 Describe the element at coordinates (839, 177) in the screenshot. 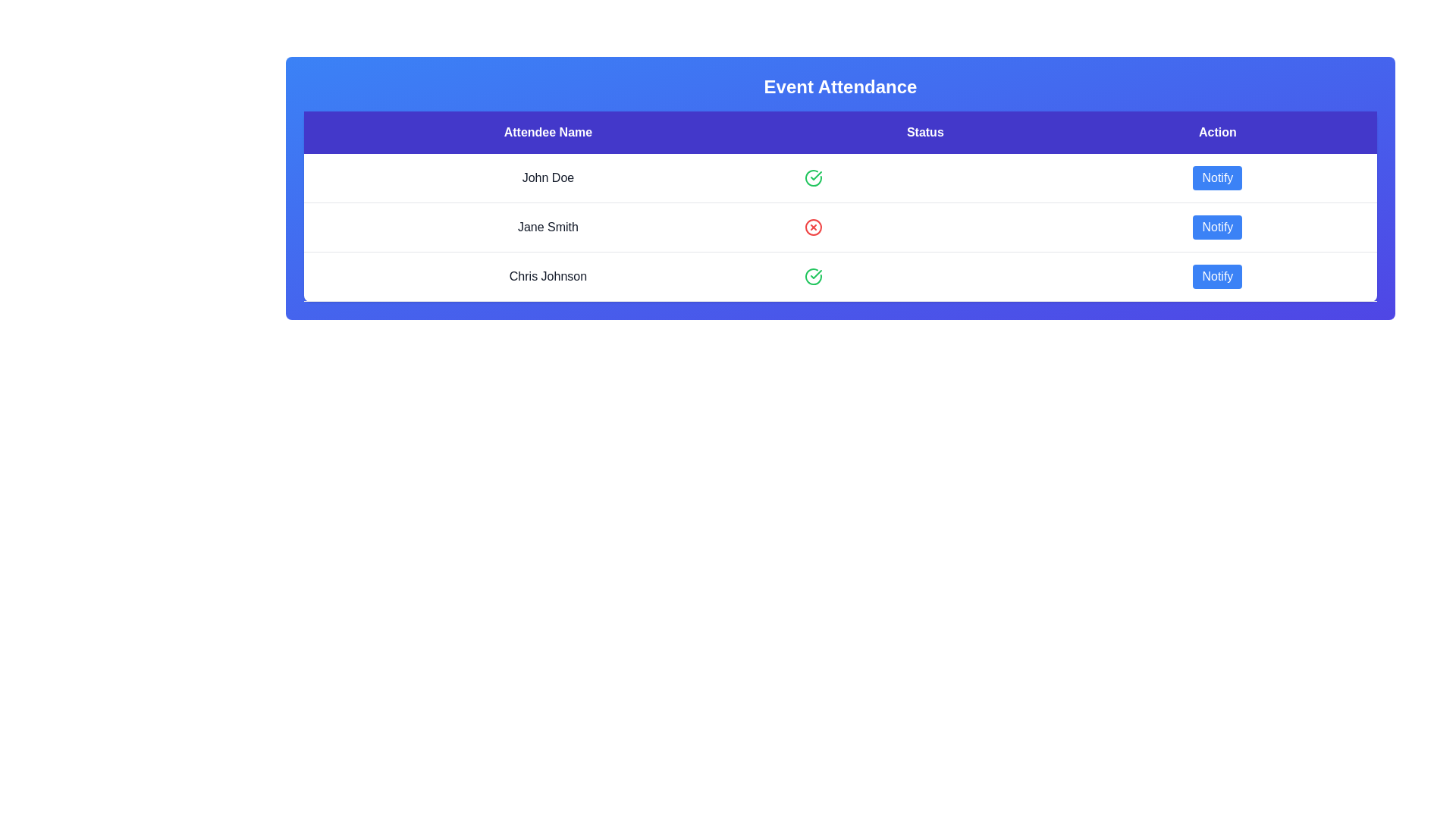

I see `the row corresponding to attendee John Doe` at that location.